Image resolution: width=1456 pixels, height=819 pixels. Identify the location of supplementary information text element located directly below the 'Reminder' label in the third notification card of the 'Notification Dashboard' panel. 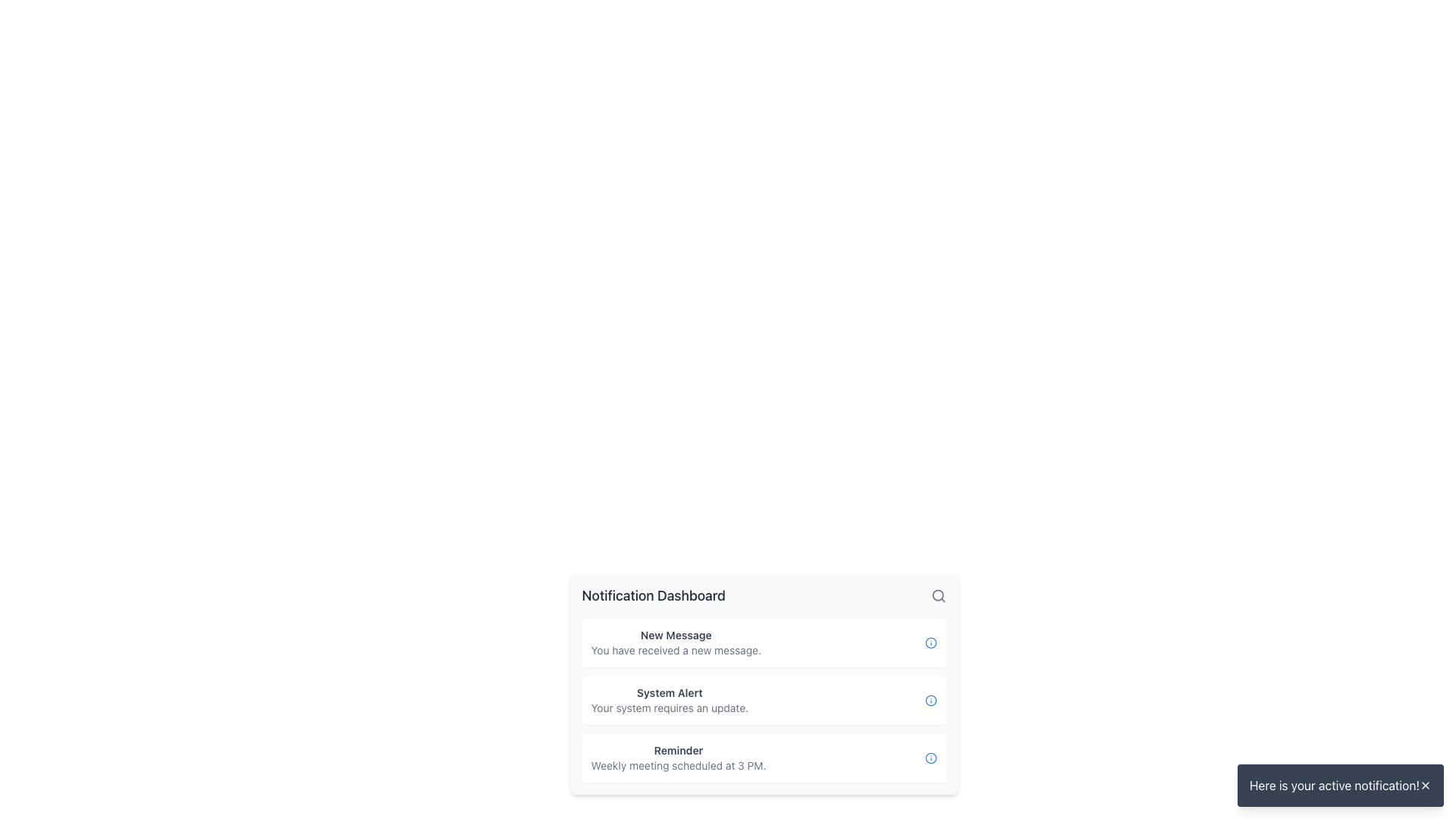
(677, 766).